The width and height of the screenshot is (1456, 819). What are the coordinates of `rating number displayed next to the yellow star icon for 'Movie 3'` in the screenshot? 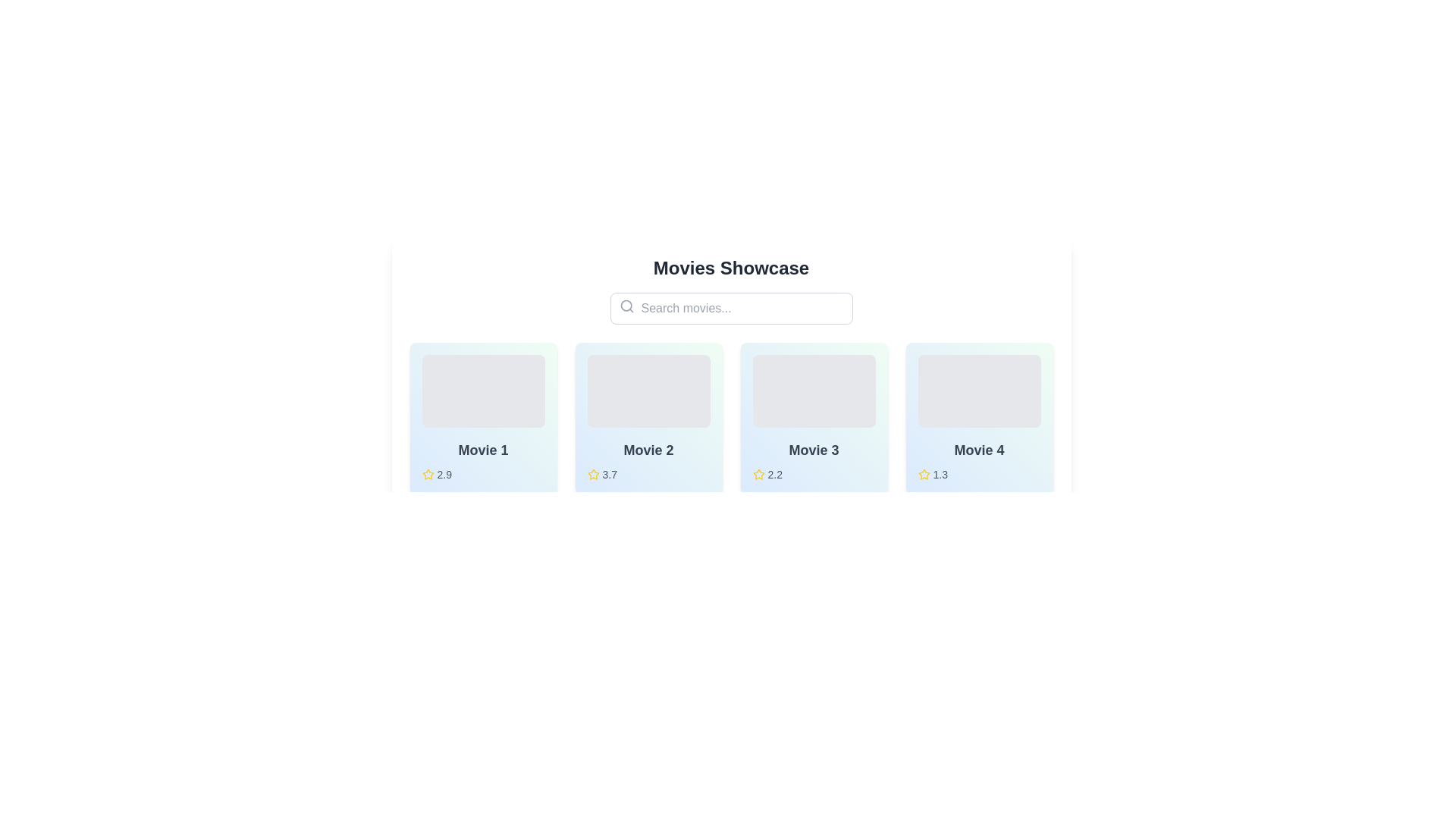 It's located at (775, 473).